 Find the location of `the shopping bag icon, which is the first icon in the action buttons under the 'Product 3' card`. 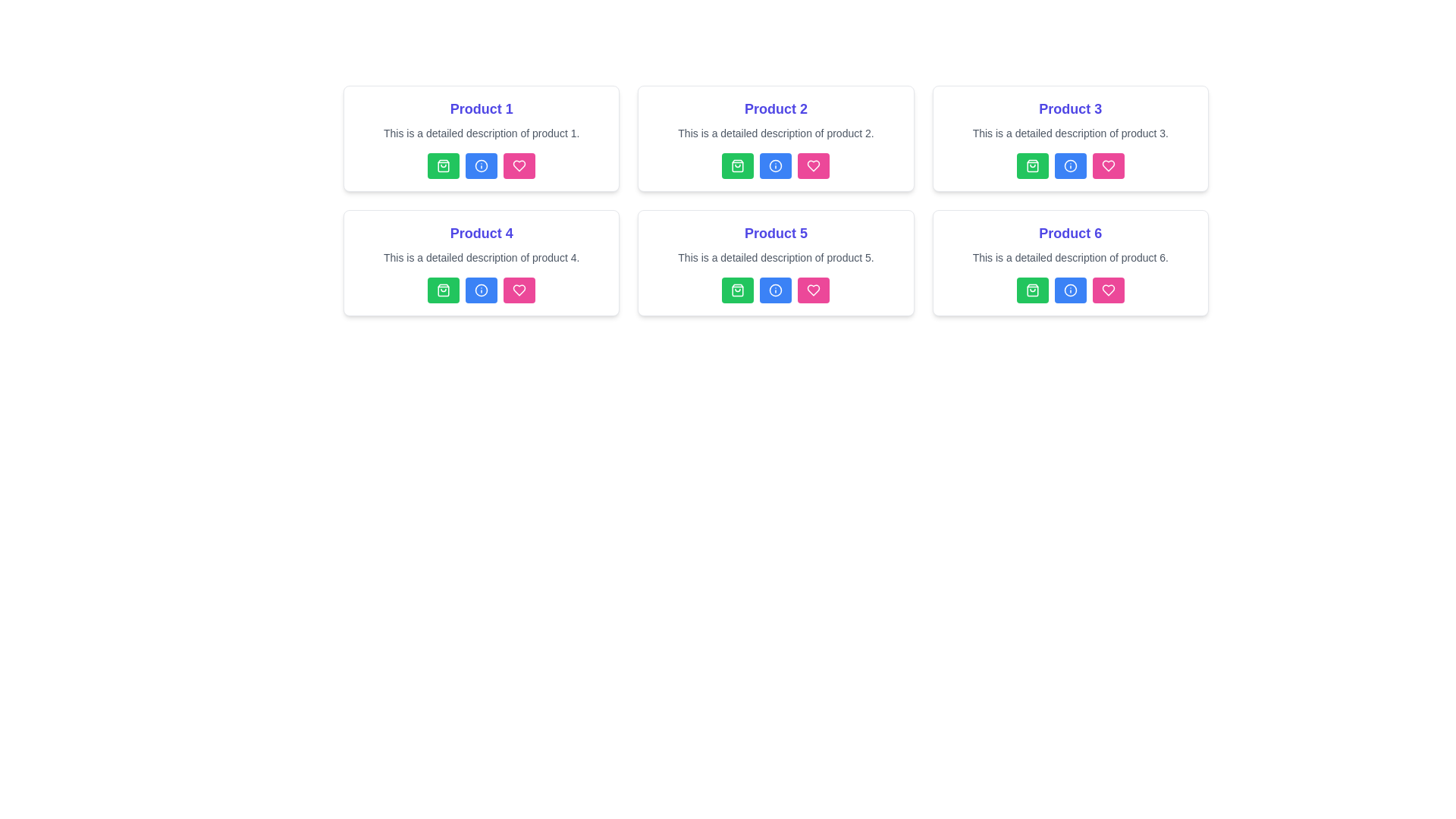

the shopping bag icon, which is the first icon in the action buttons under the 'Product 3' card is located at coordinates (1031, 166).